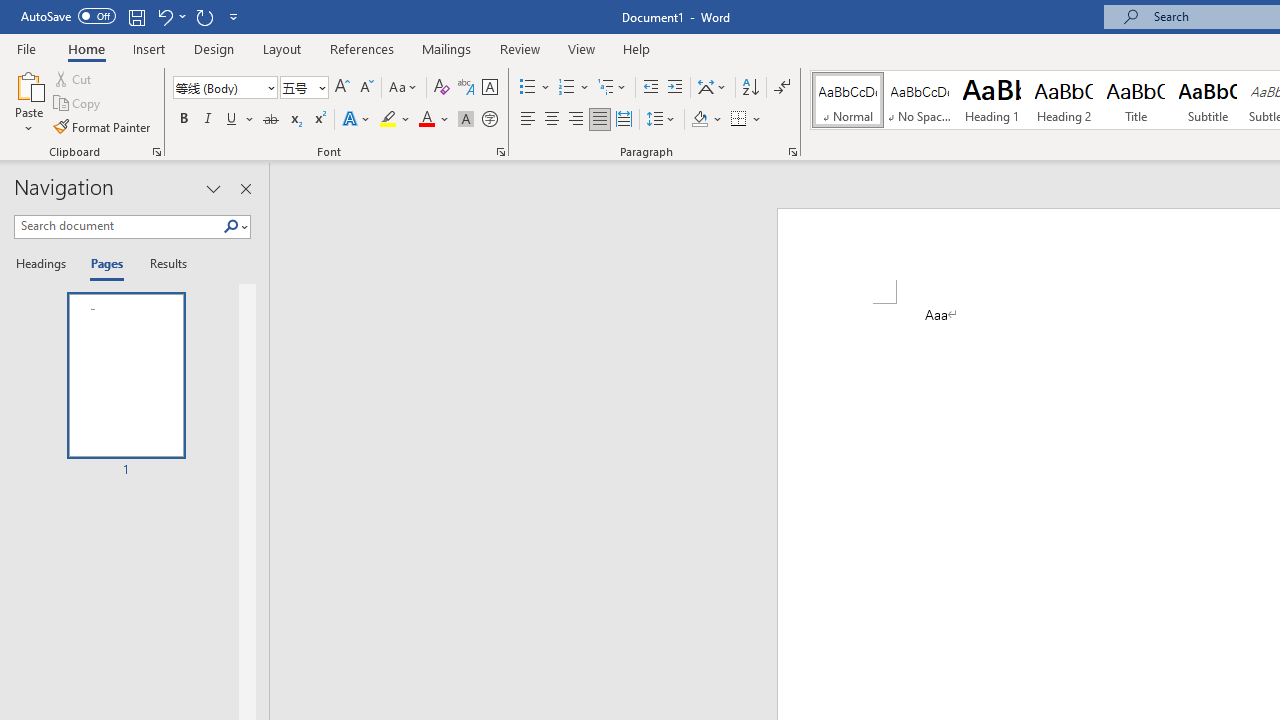 The width and height of the screenshot is (1280, 720). What do you see at coordinates (362, 48) in the screenshot?
I see `'References'` at bounding box center [362, 48].